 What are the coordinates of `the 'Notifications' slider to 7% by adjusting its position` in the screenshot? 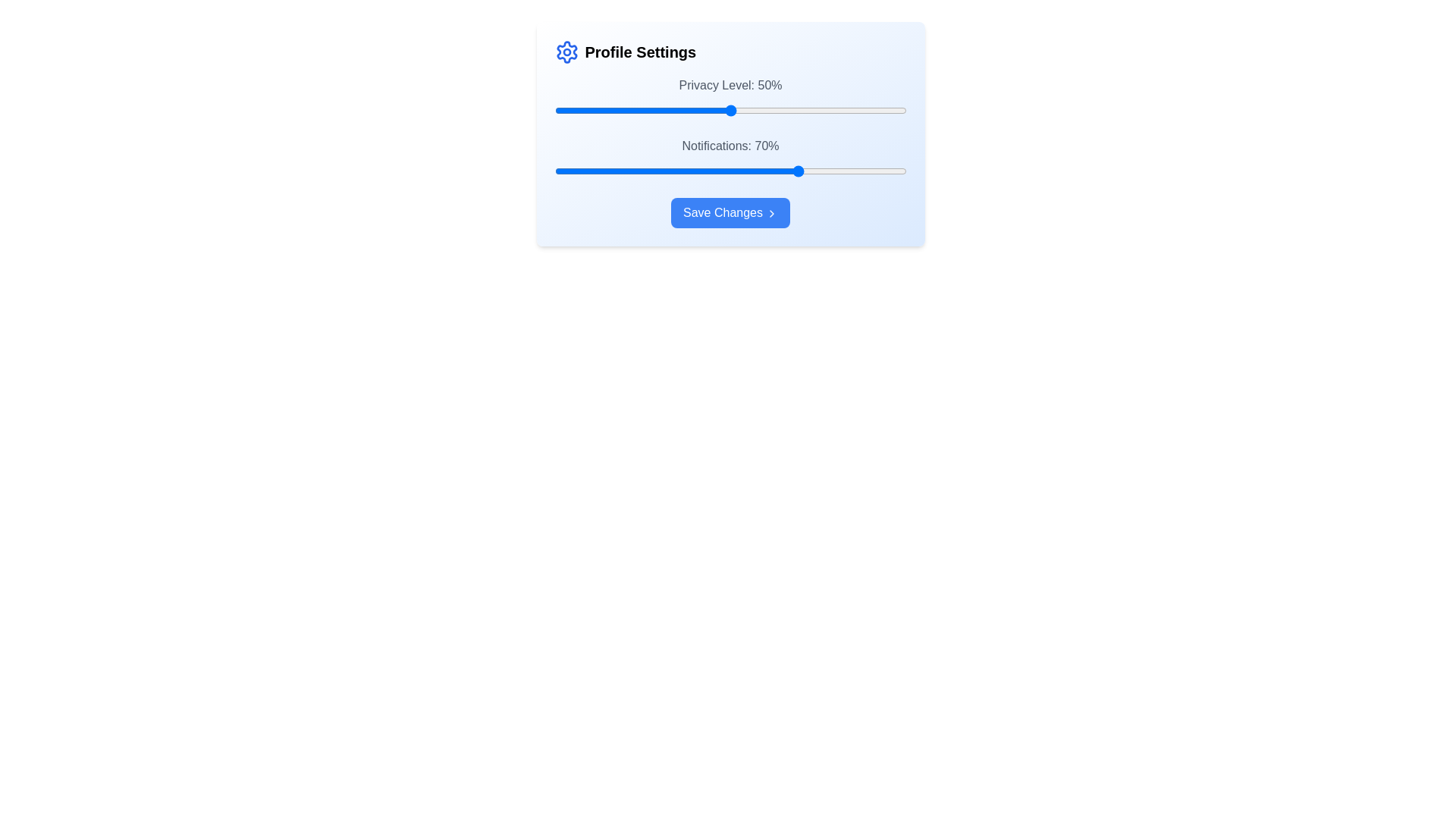 It's located at (578, 171).